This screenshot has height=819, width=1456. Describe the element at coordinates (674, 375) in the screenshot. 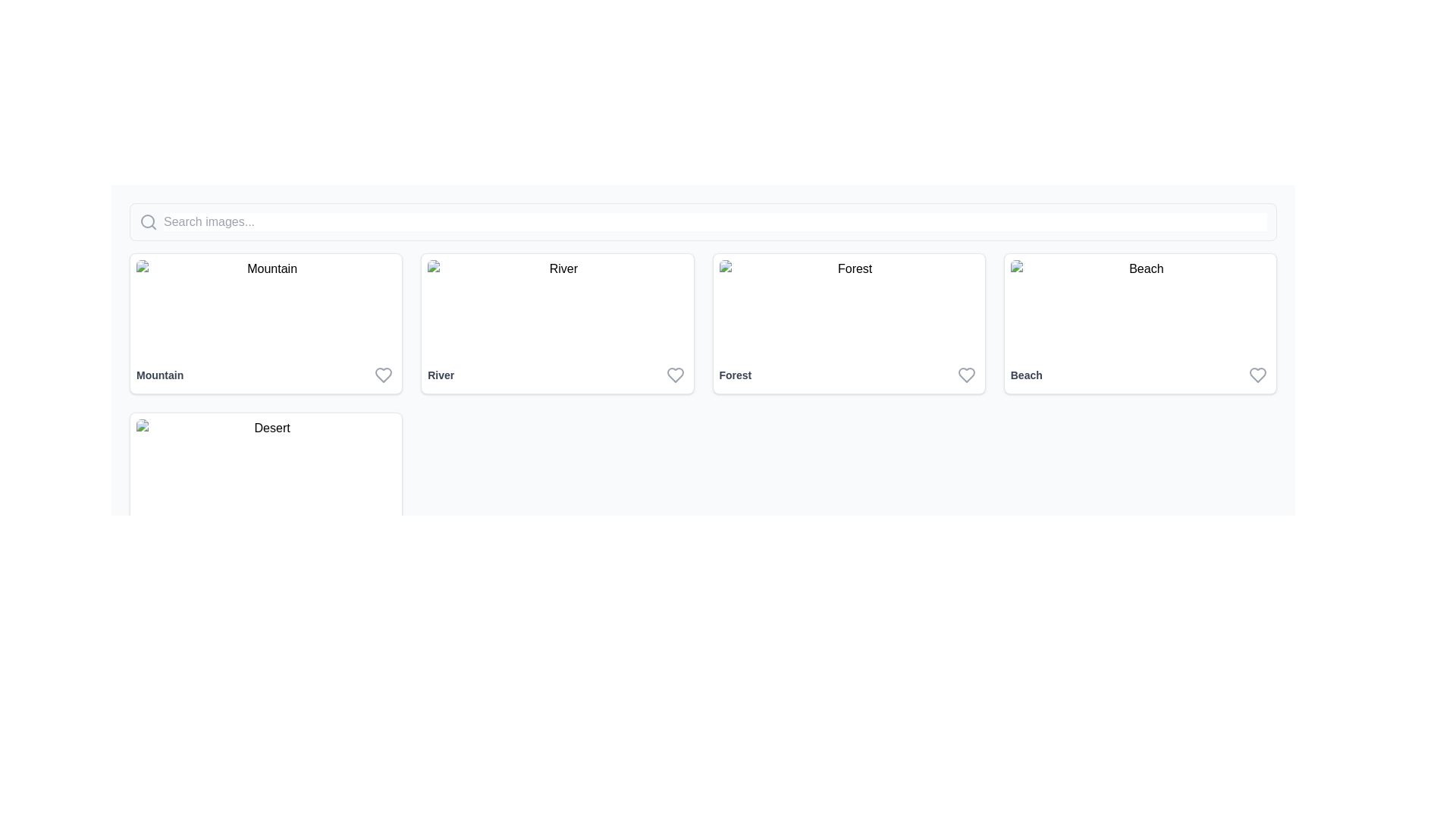

I see `the favorite button SVG icon located in the bottom-right corner of the 'River' card` at that location.